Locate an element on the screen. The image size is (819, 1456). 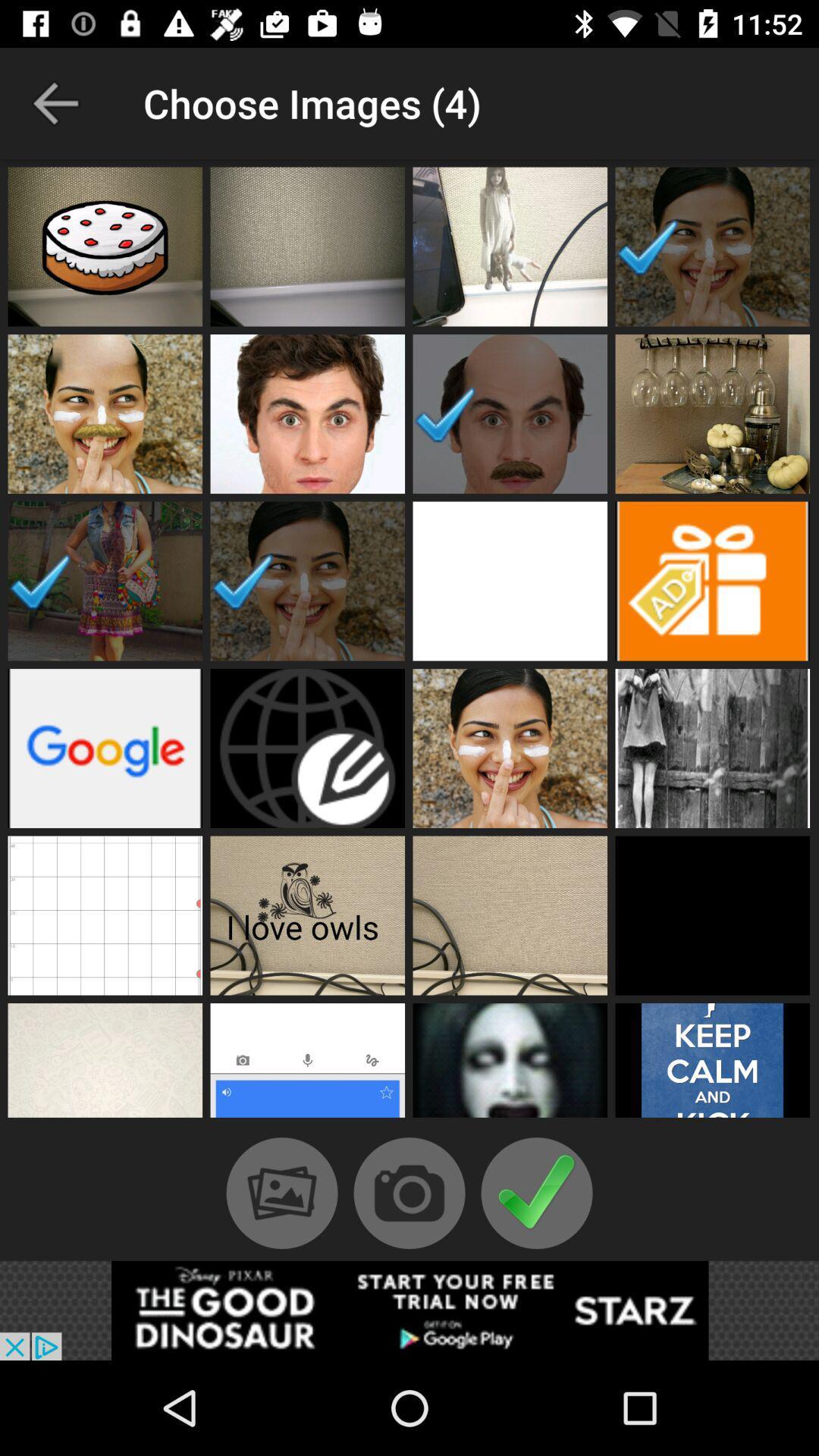
the image in fourth row fourth column is located at coordinates (713, 748).